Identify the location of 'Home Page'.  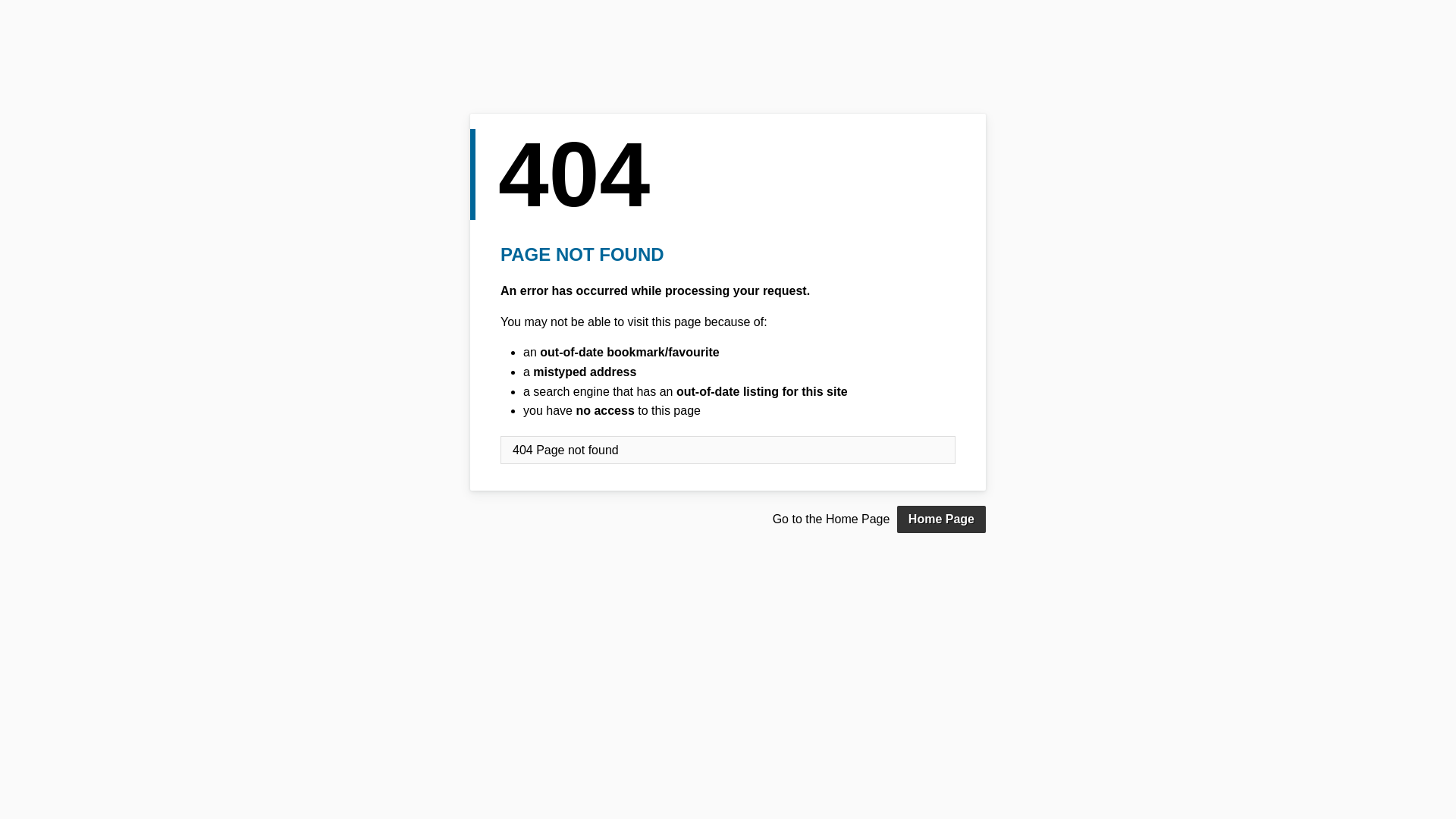
(940, 519).